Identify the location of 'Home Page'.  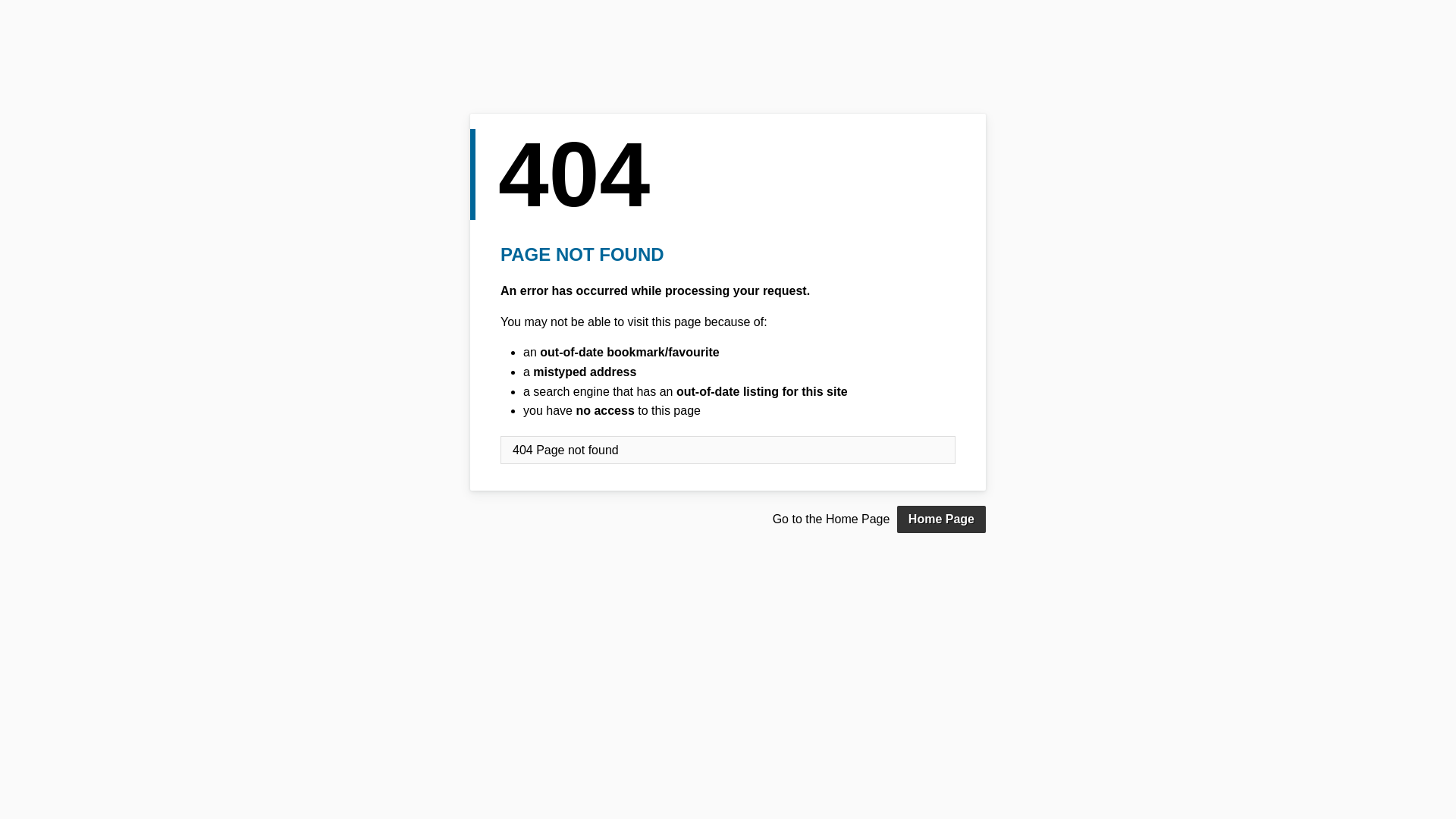
(940, 519).